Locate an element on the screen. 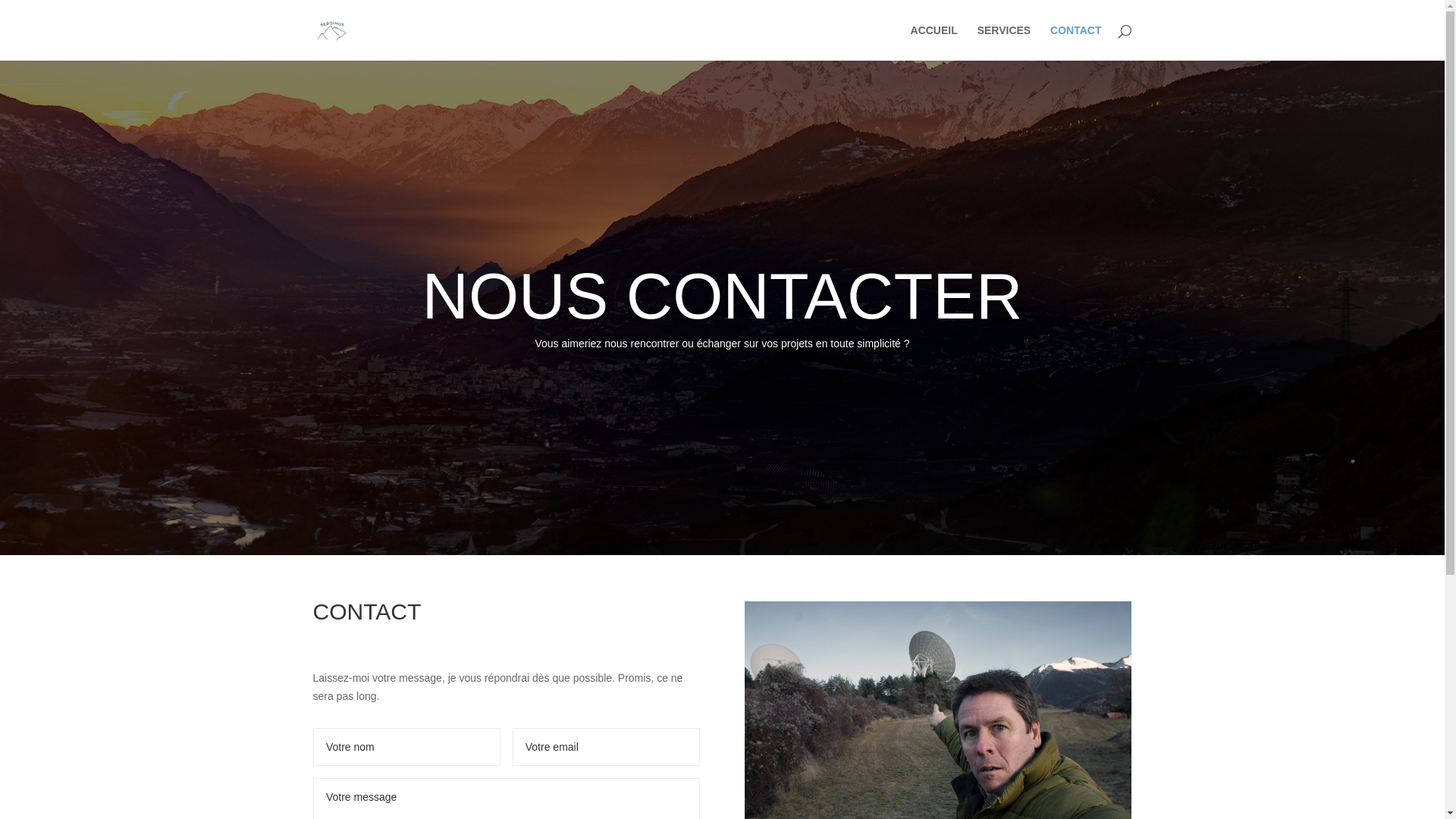  'CONTACT' is located at coordinates (1075, 42).